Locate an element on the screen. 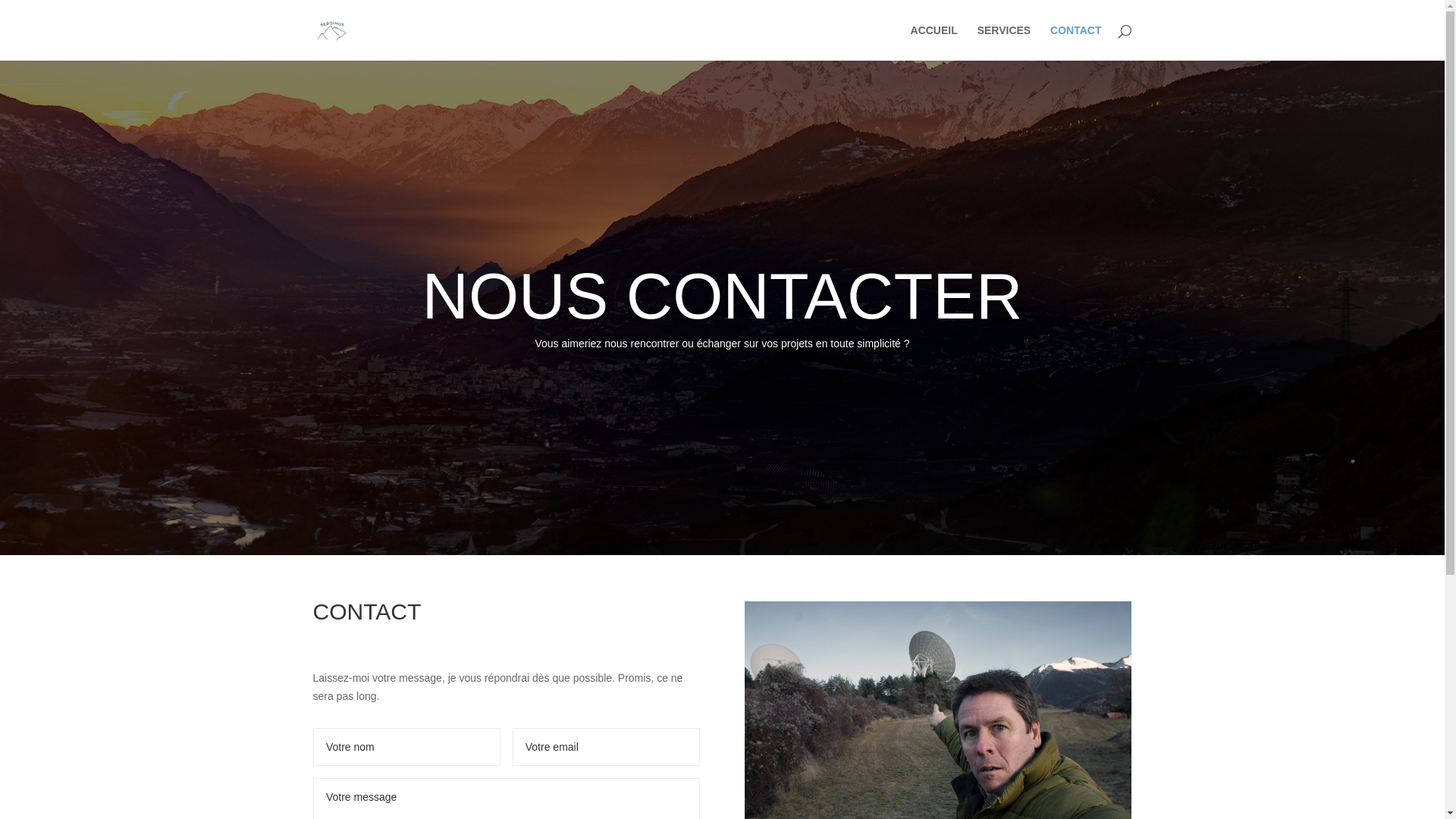  'CONTACT' is located at coordinates (1075, 42).